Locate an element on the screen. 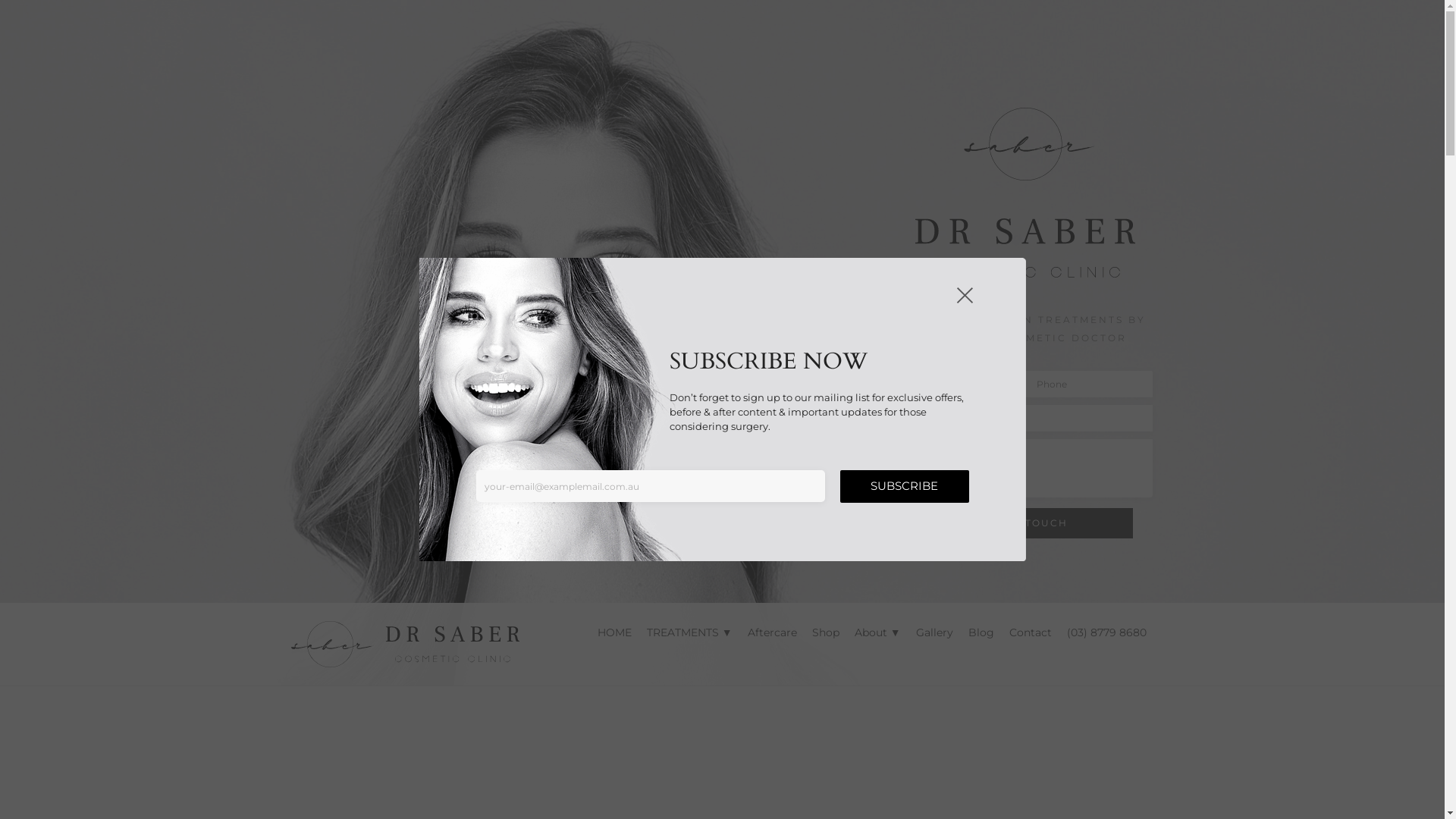 This screenshot has height=819, width=1456. 'Shop' is located at coordinates (825, 632).